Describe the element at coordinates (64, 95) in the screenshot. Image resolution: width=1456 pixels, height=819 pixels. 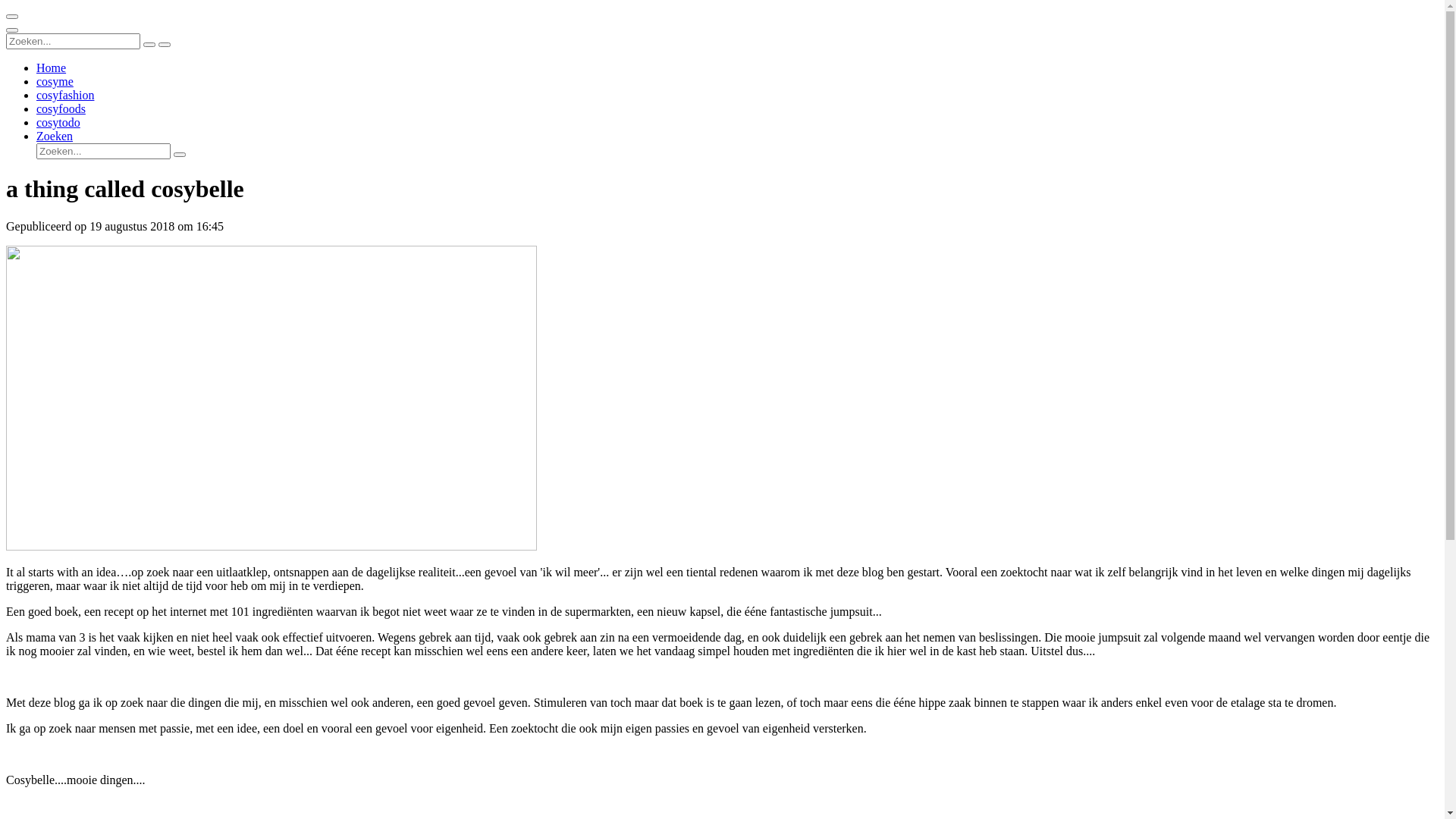
I see `'cosyfashion'` at that location.